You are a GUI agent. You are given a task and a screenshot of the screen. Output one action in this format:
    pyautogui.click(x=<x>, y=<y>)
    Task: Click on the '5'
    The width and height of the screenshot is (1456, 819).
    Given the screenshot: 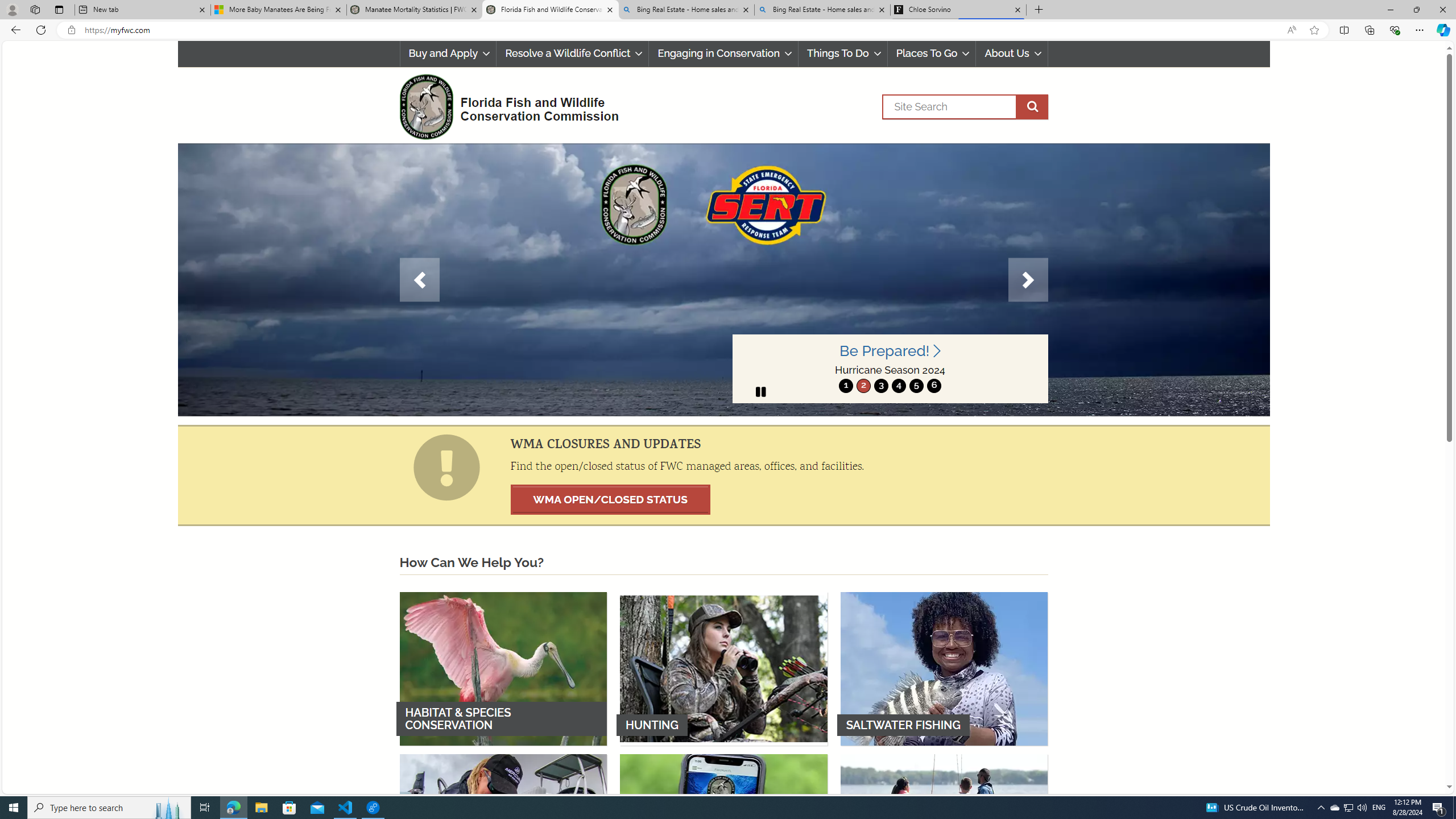 What is the action you would take?
    pyautogui.click(x=916, y=385)
    